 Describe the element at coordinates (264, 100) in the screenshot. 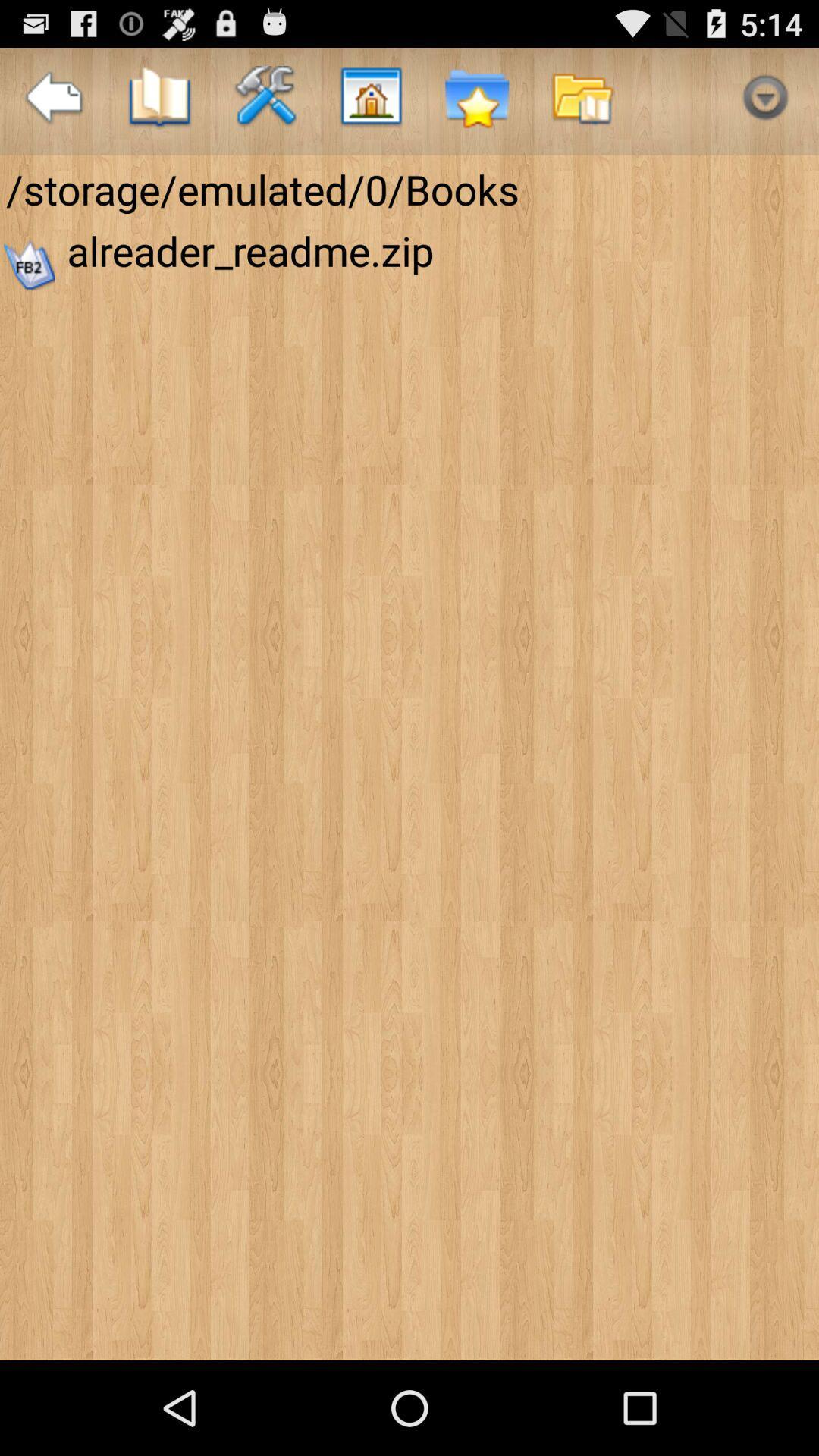

I see `the icon above storage emulated 0` at that location.